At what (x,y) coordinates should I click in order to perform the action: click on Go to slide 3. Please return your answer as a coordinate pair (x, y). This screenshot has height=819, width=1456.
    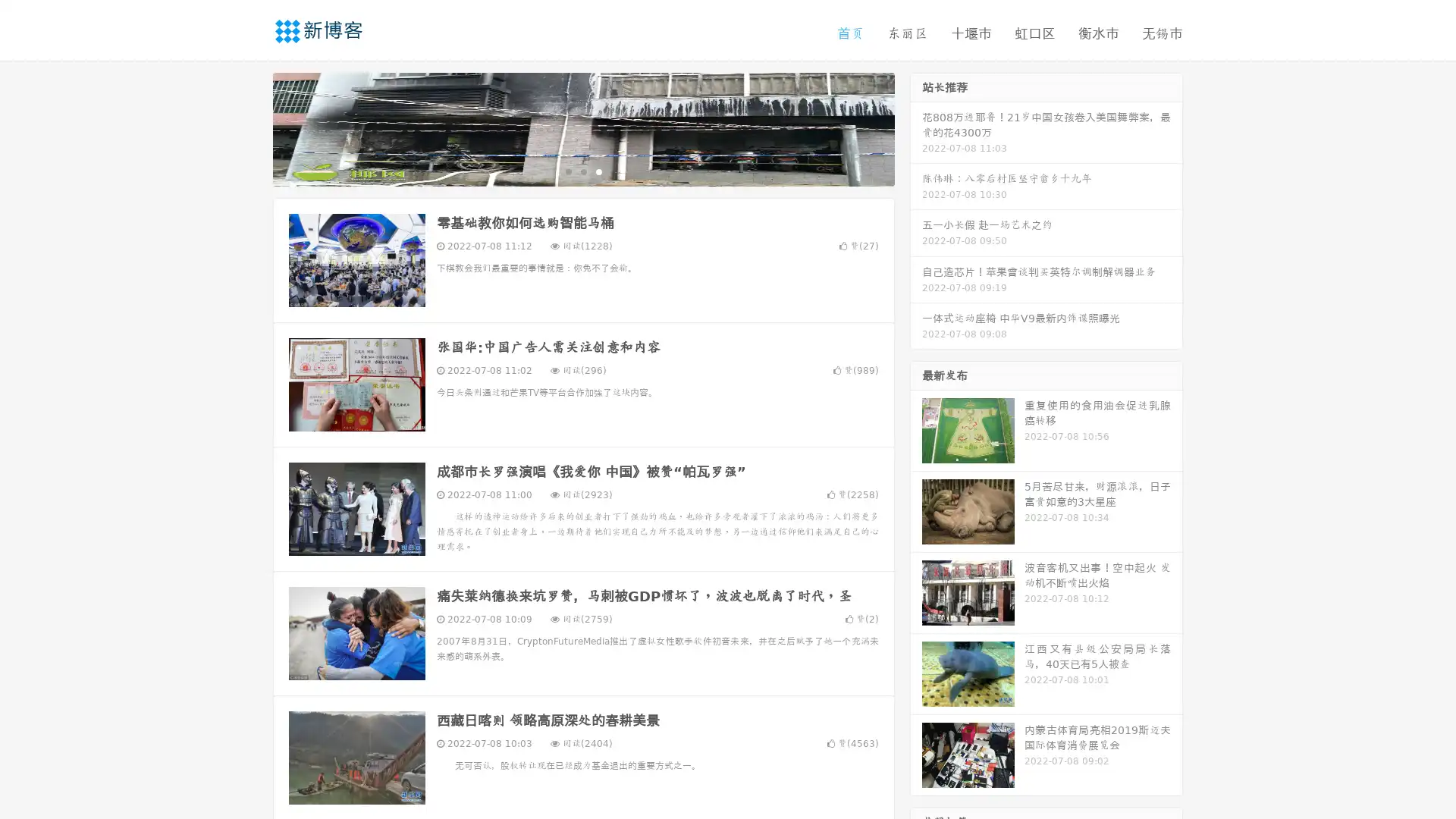
    Looking at the image, I should click on (598, 171).